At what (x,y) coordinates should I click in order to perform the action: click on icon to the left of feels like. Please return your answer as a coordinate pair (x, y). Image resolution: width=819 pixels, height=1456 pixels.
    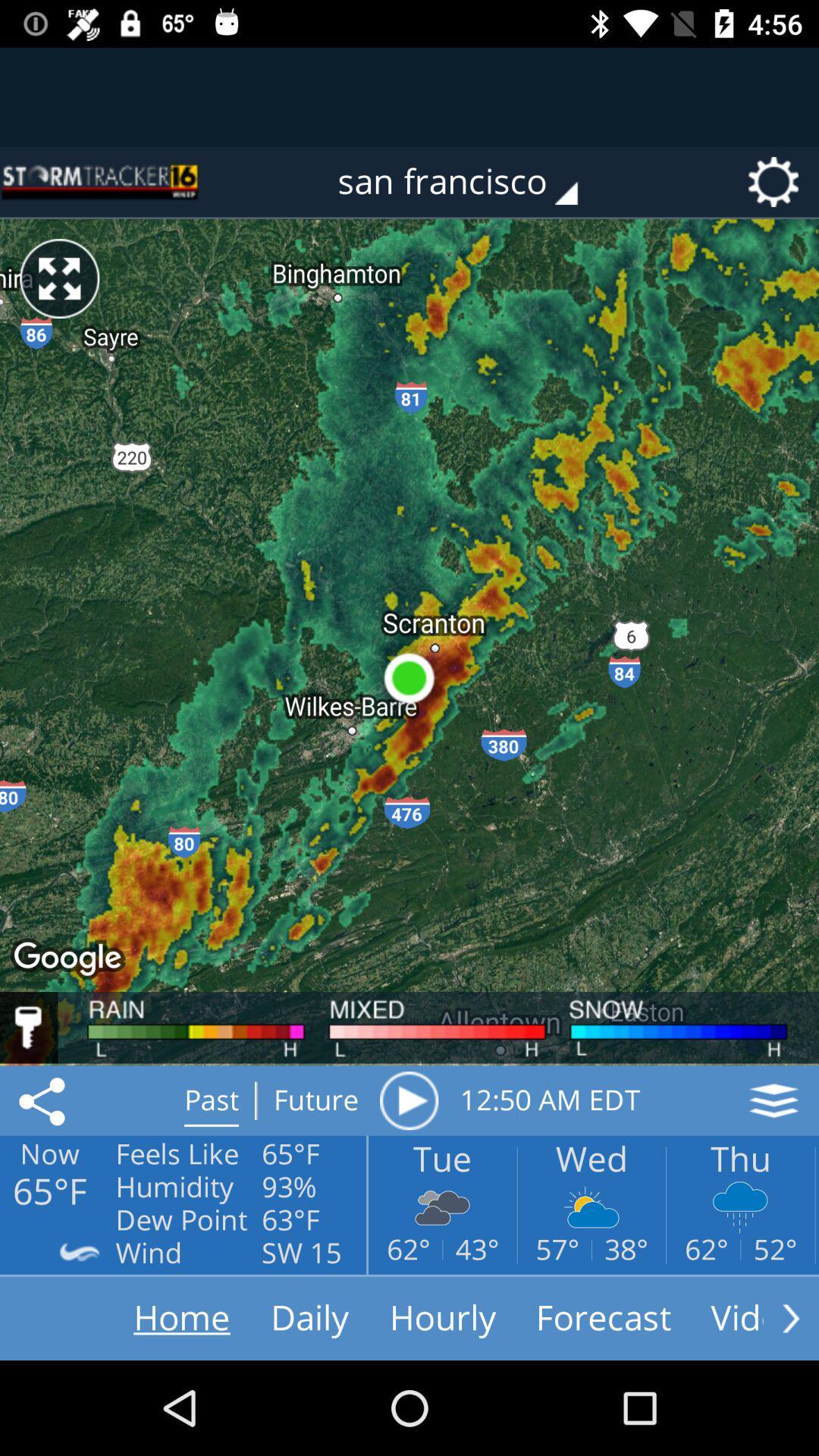
    Looking at the image, I should click on (44, 1100).